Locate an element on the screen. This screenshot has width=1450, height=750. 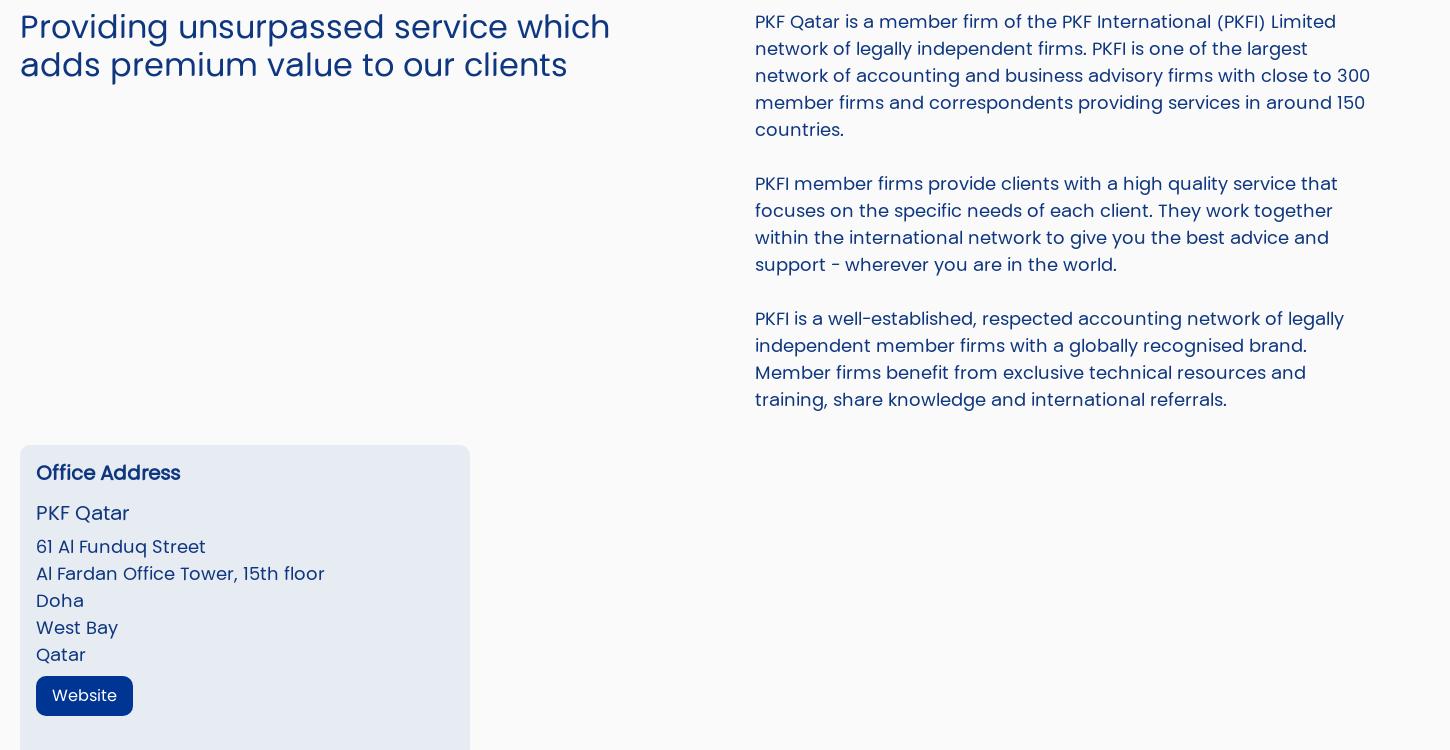
'Qatar' is located at coordinates (35, 653).